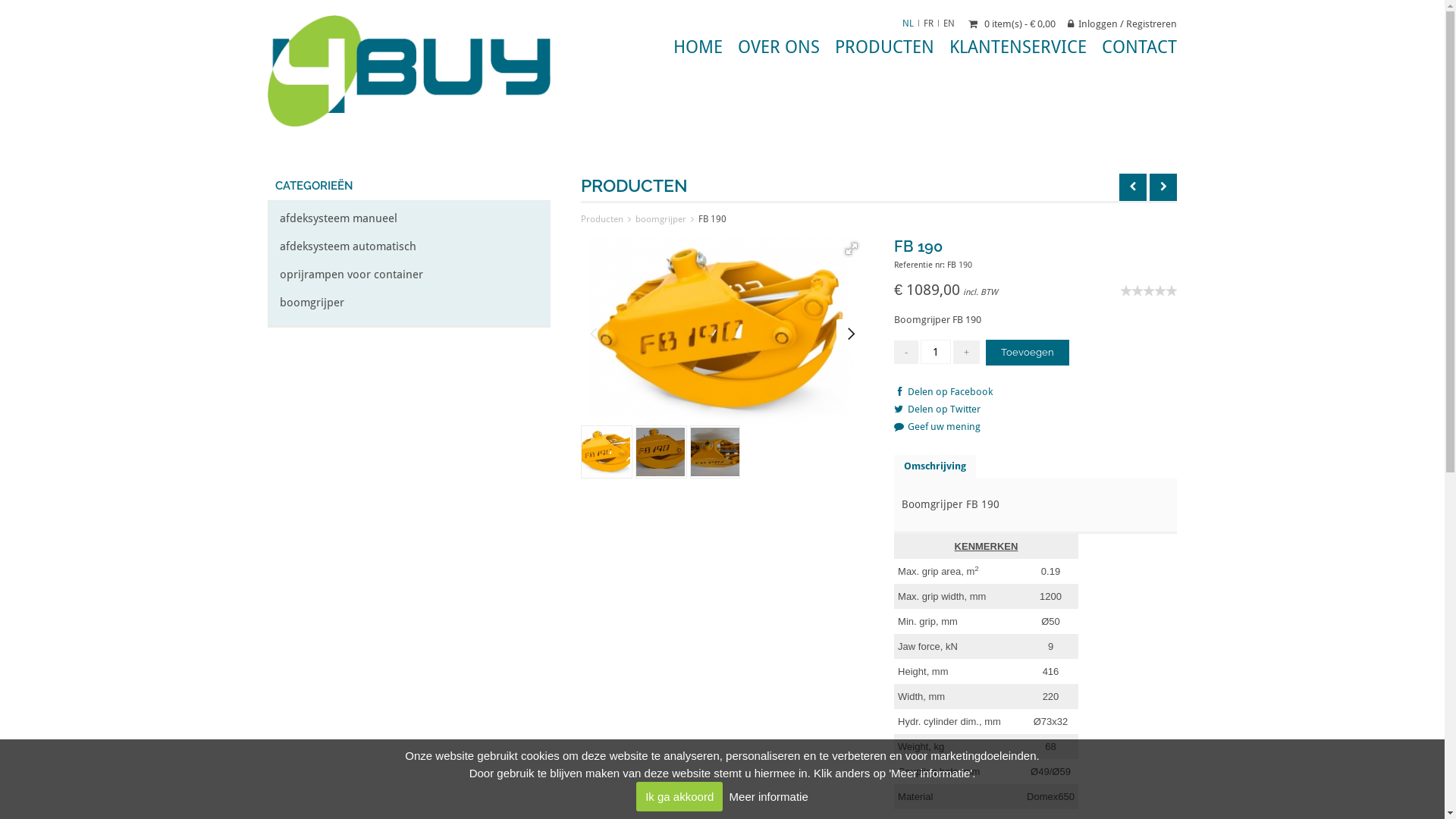 This screenshot has width=1456, height=819. I want to click on 'afdeksysteem manueel', so click(338, 220).